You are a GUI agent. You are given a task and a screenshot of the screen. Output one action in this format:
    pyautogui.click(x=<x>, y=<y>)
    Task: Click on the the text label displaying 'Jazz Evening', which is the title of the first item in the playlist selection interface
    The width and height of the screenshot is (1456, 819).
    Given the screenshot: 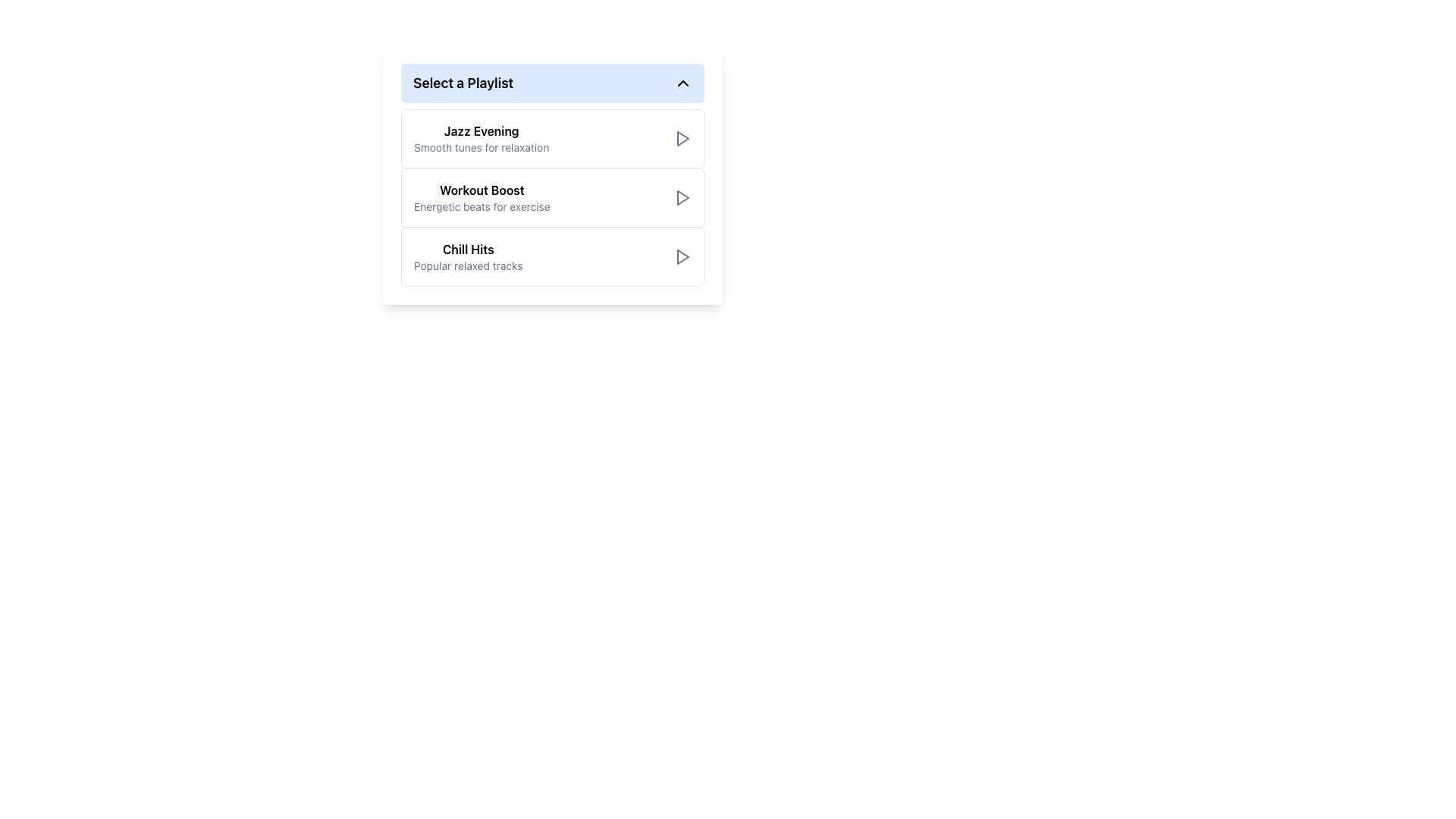 What is the action you would take?
    pyautogui.click(x=481, y=130)
    